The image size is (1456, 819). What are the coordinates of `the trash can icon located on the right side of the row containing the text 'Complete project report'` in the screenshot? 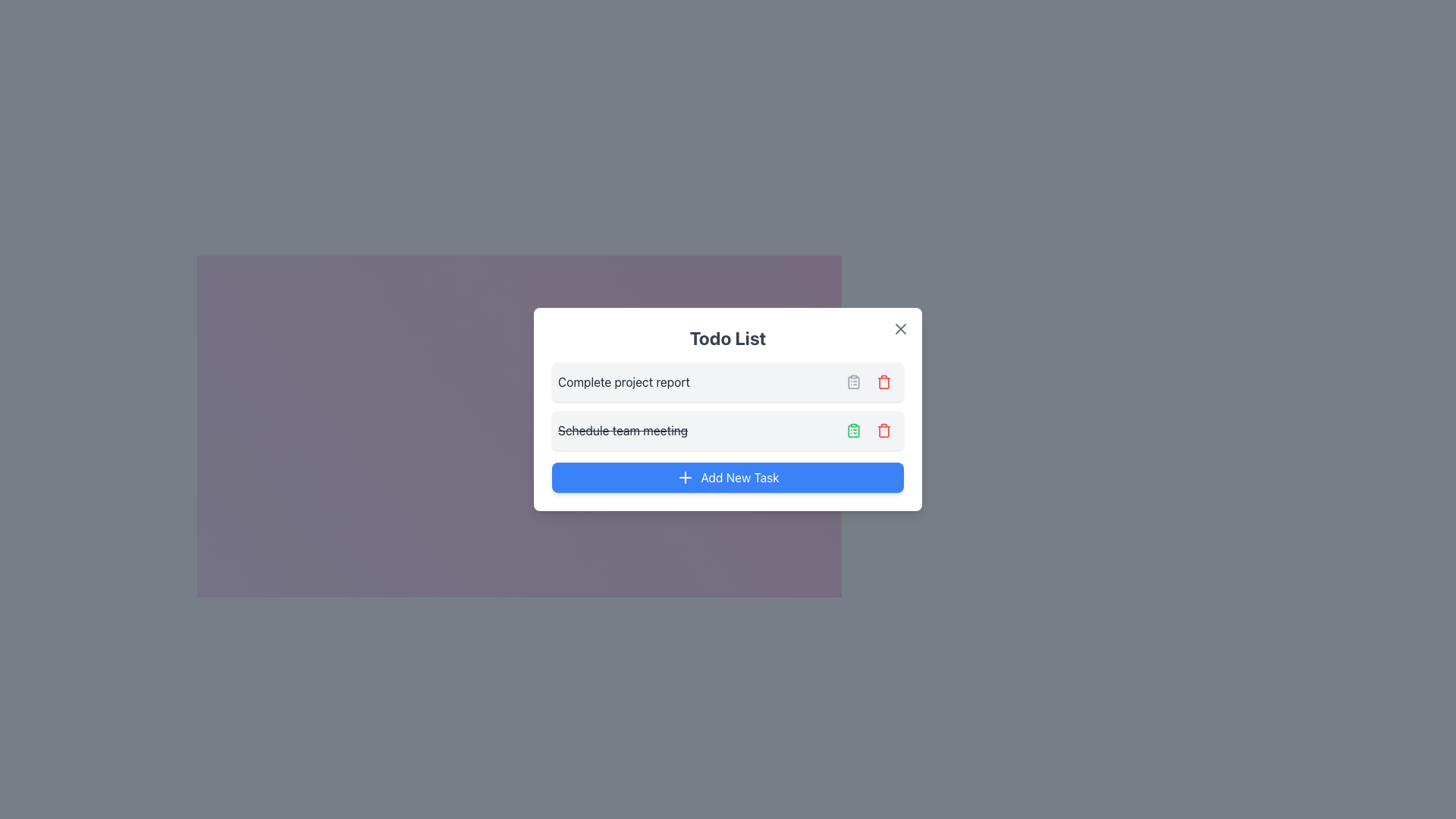 It's located at (870, 381).